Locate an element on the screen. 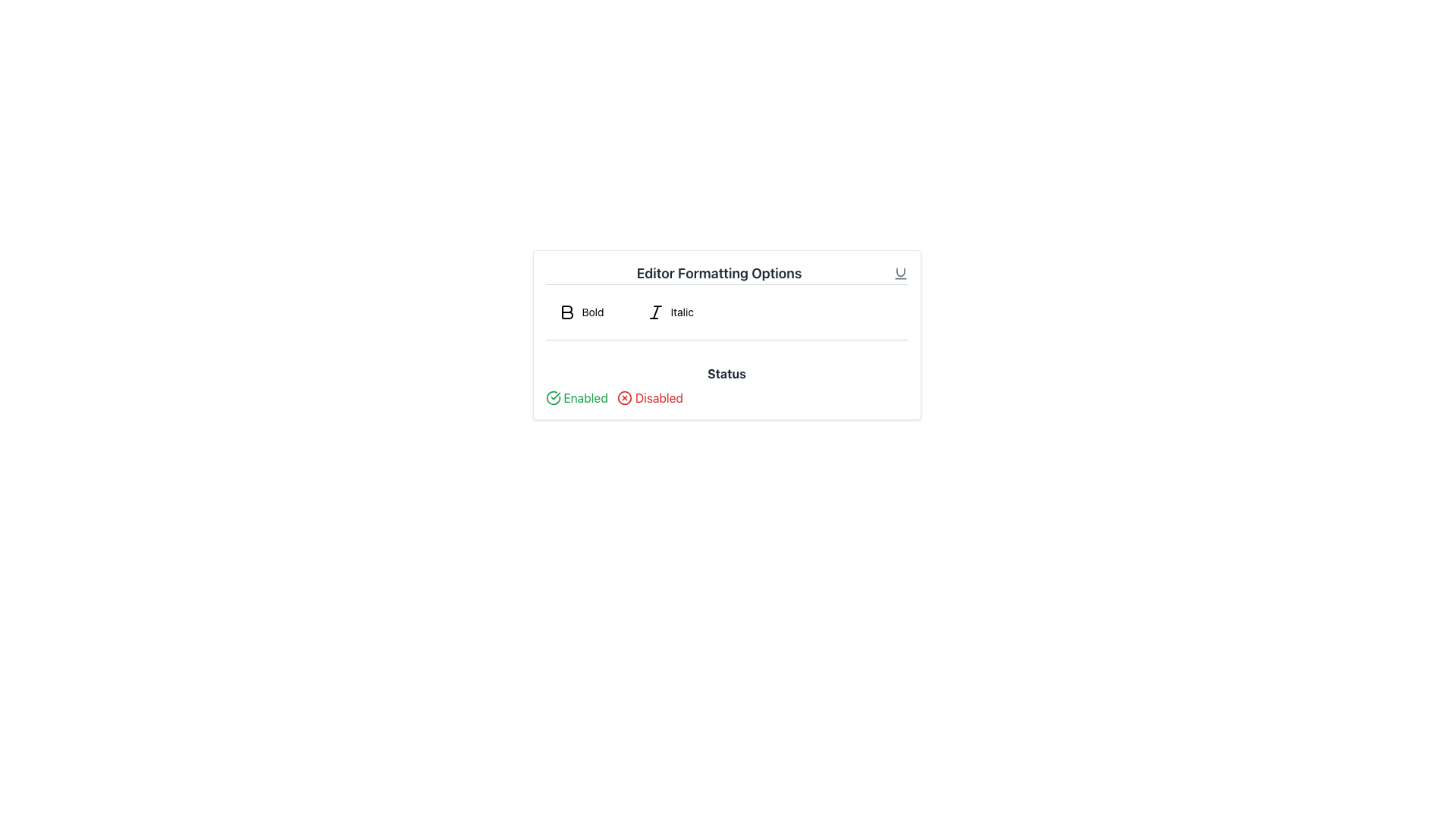 This screenshot has width=1456, height=819. the header label that provides a title for the section containing formatting options, located directly above the 'Bold' and 'Italic' buttons is located at coordinates (726, 274).